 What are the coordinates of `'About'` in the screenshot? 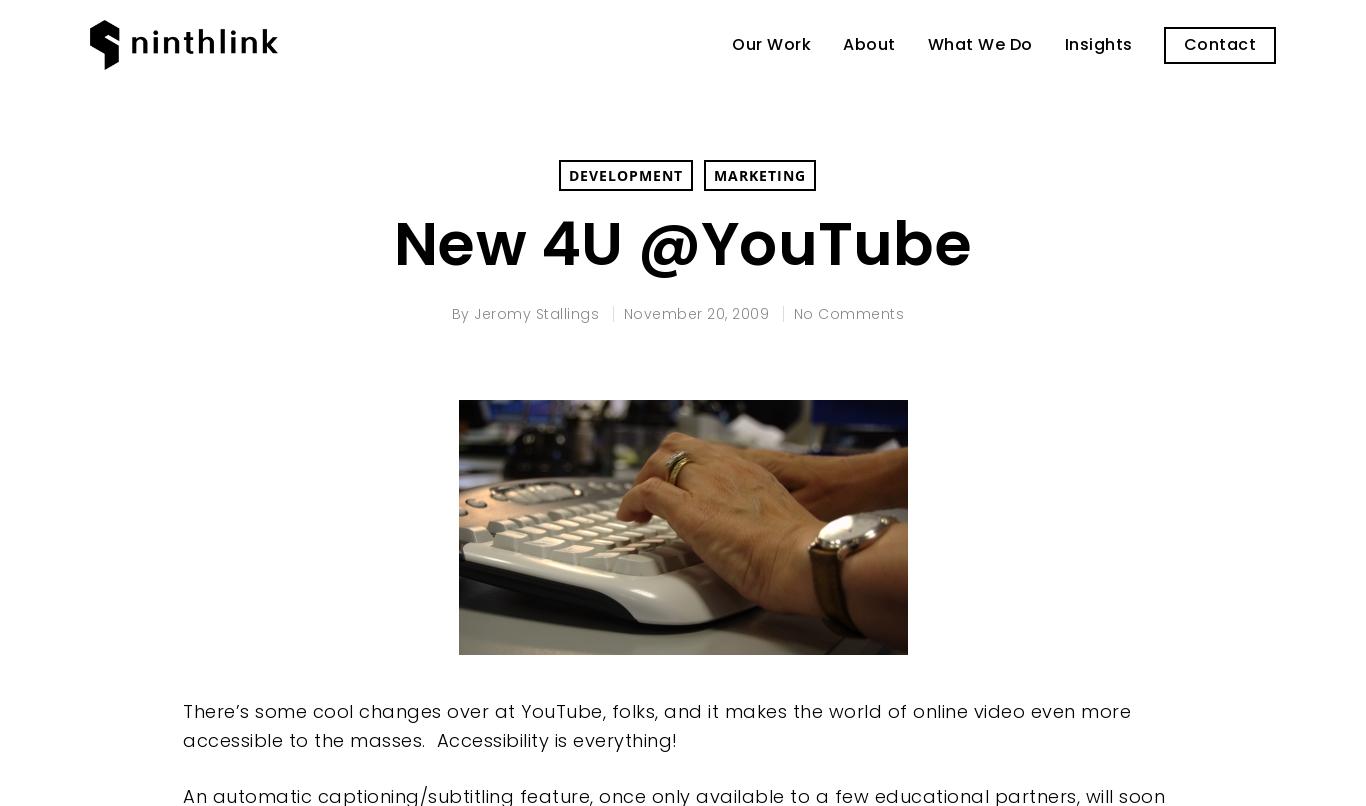 It's located at (868, 43).